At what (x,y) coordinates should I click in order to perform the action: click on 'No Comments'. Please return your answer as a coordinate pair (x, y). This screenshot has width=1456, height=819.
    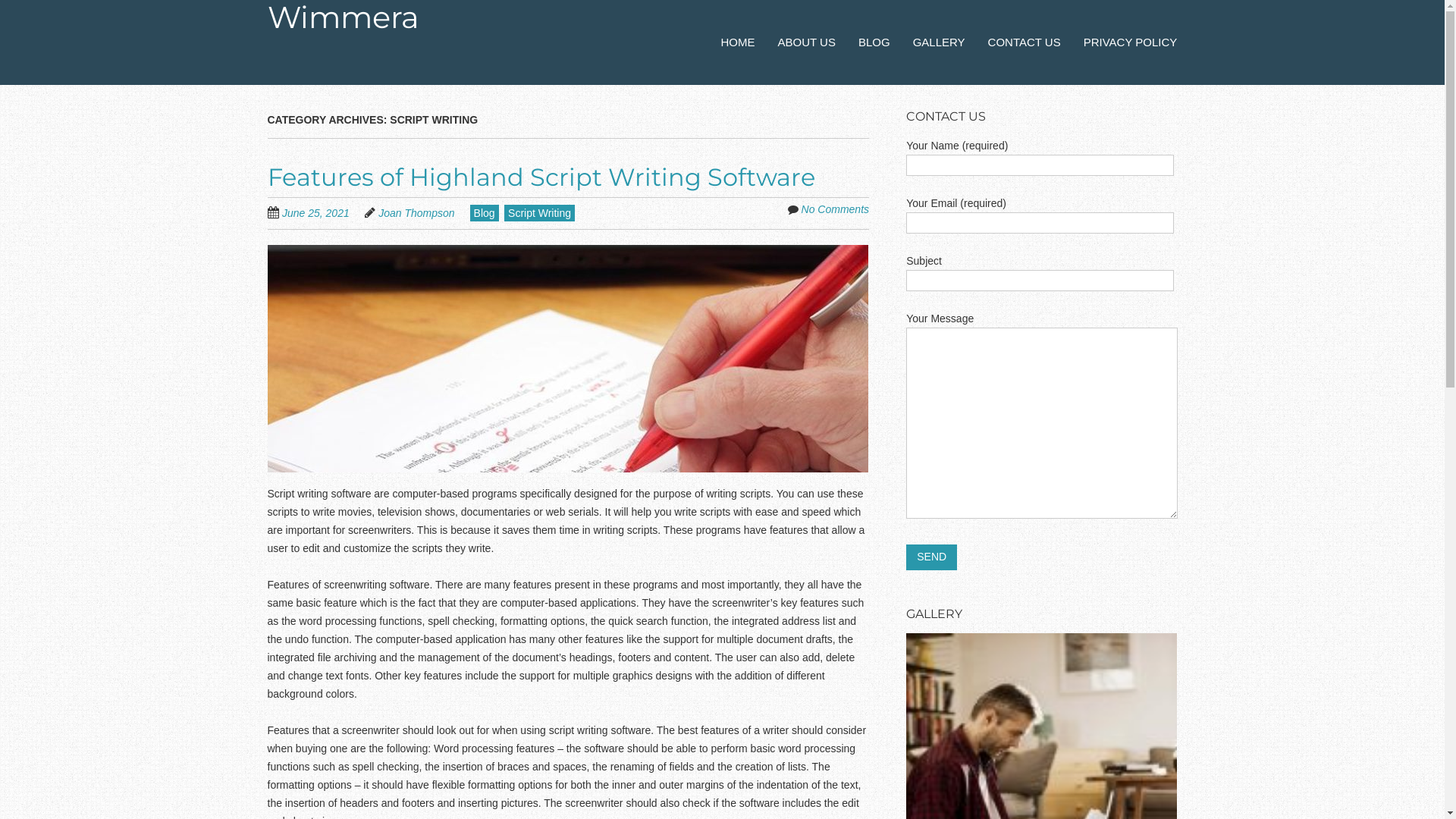
    Looking at the image, I should click on (834, 209).